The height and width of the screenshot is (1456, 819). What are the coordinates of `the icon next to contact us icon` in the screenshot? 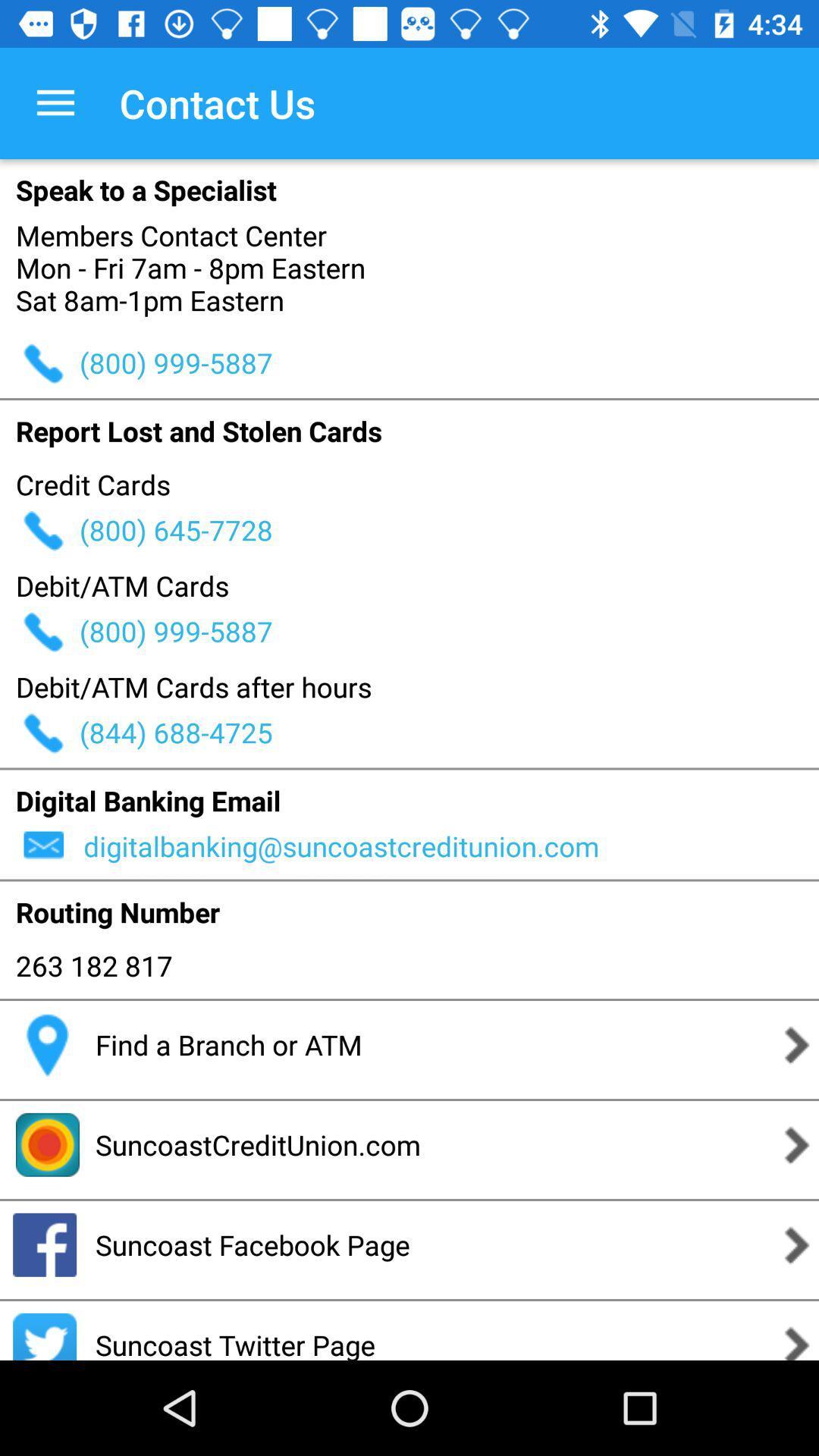 It's located at (55, 102).